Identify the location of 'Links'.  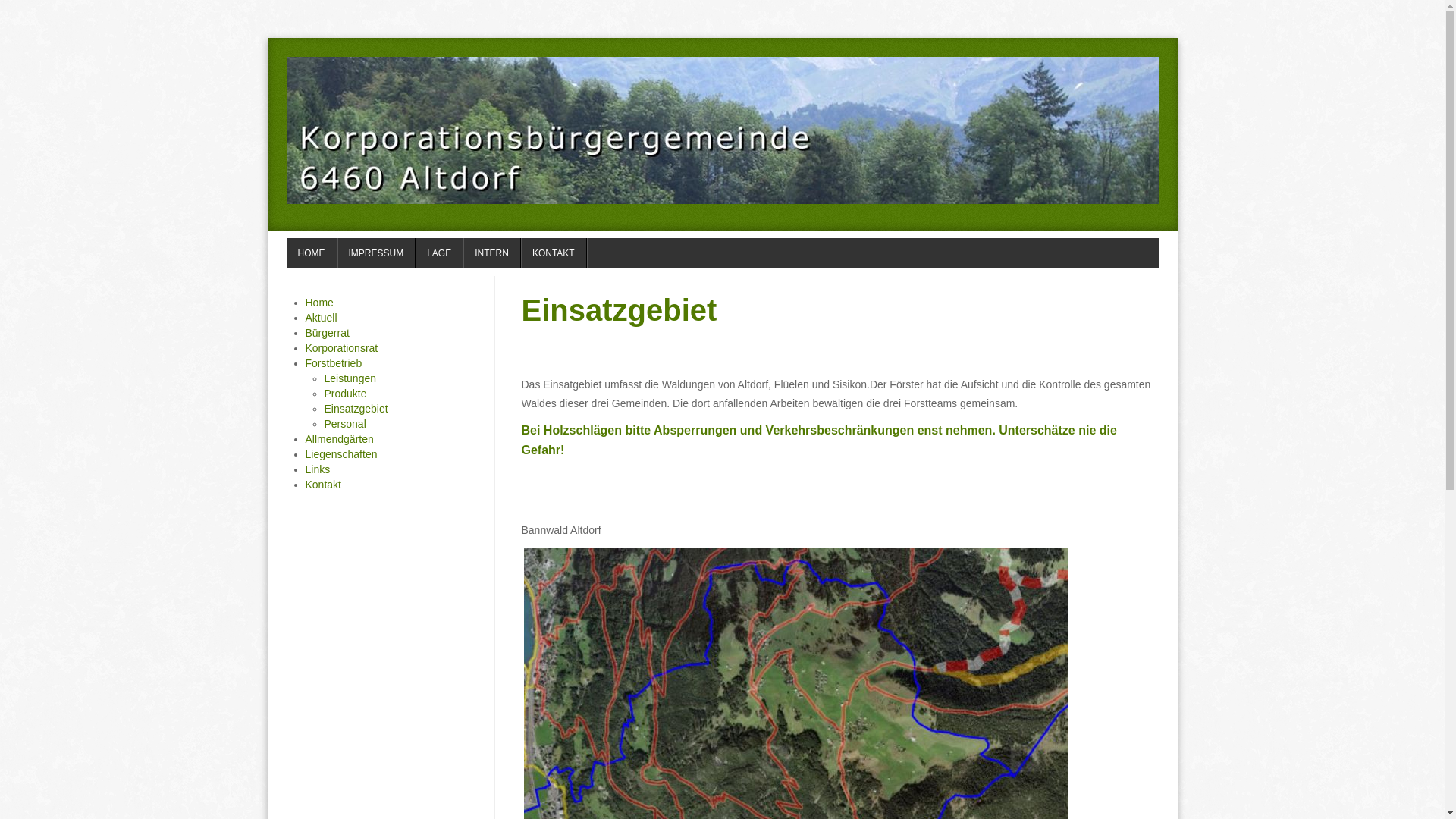
(316, 468).